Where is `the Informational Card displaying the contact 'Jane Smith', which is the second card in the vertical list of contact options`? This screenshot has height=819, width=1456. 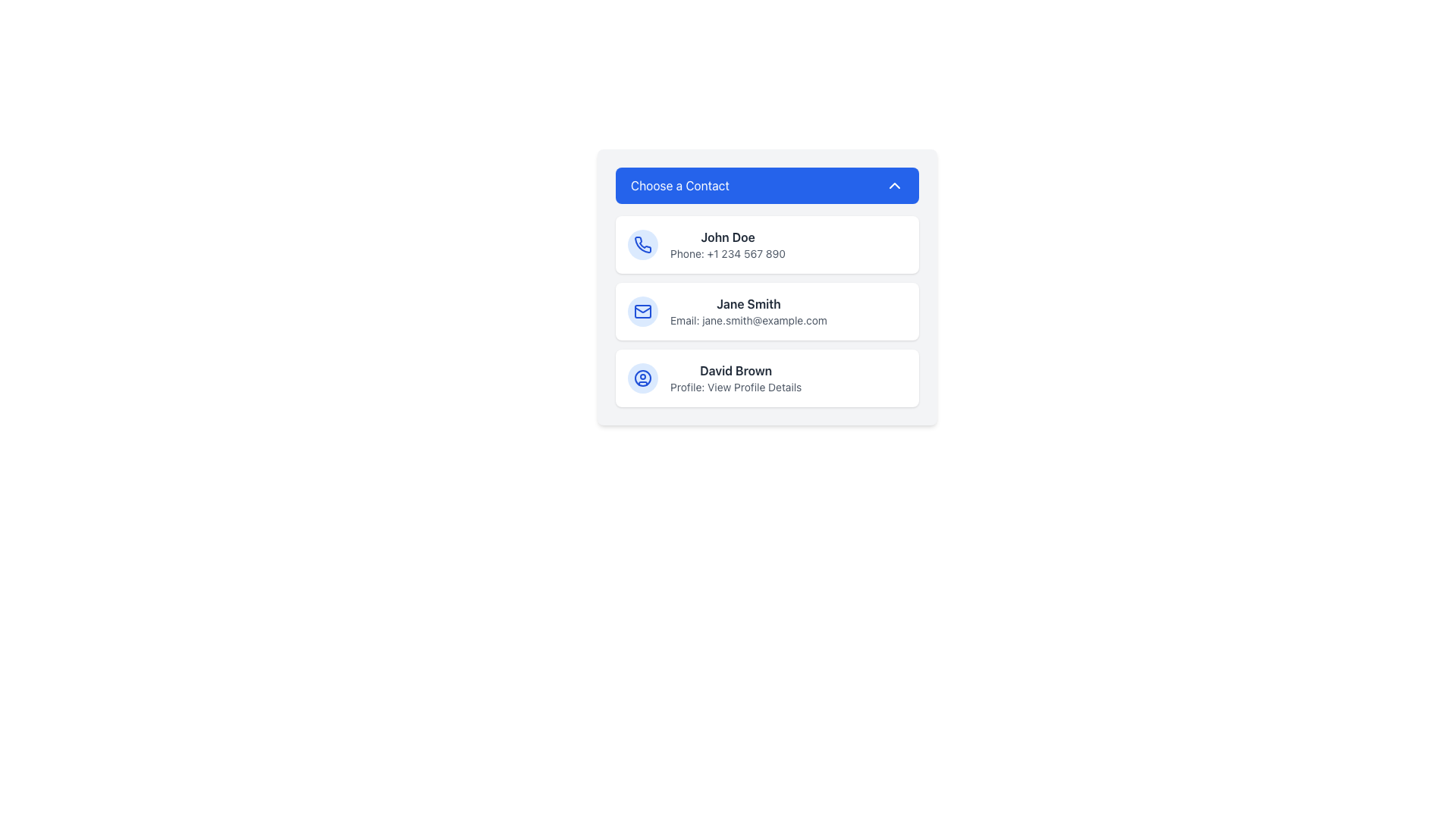
the Informational Card displaying the contact 'Jane Smith', which is the second card in the vertical list of contact options is located at coordinates (767, 311).